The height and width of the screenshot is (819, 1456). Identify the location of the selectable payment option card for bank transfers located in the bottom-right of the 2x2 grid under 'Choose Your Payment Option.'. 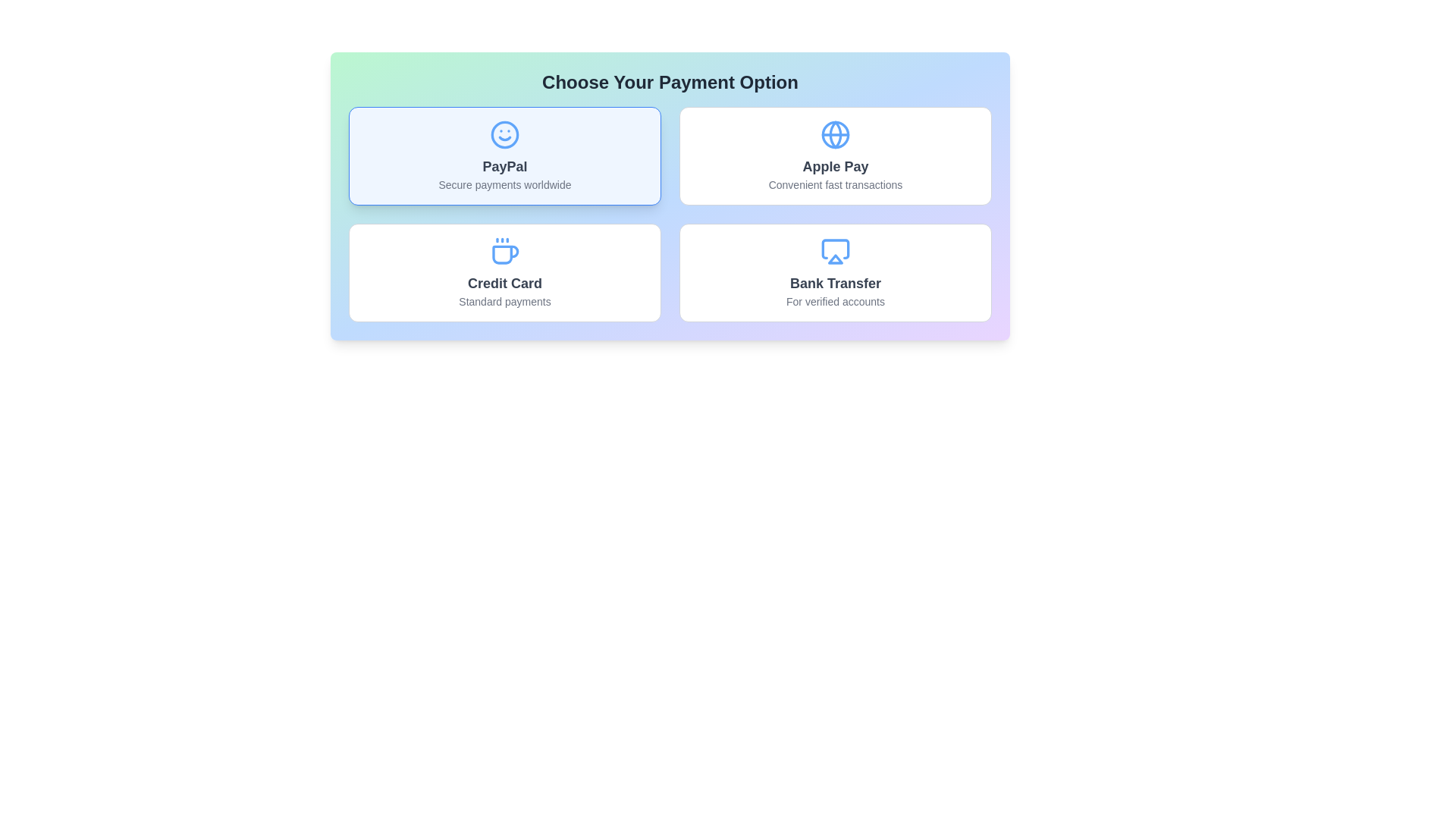
(835, 271).